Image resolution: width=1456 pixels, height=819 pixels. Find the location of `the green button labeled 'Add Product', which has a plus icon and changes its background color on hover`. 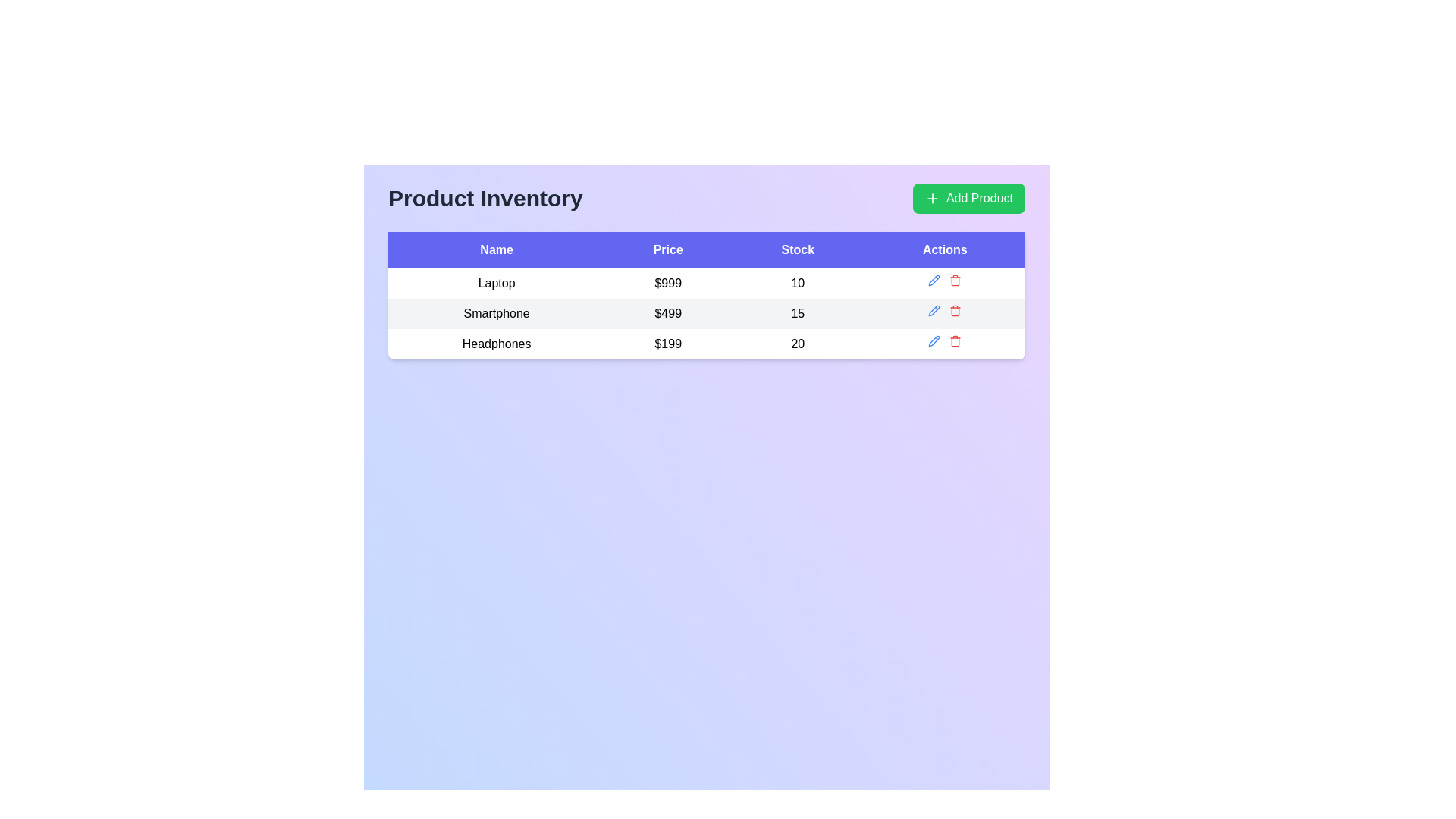

the green button labeled 'Add Product', which has a plus icon and changes its background color on hover is located at coordinates (968, 198).